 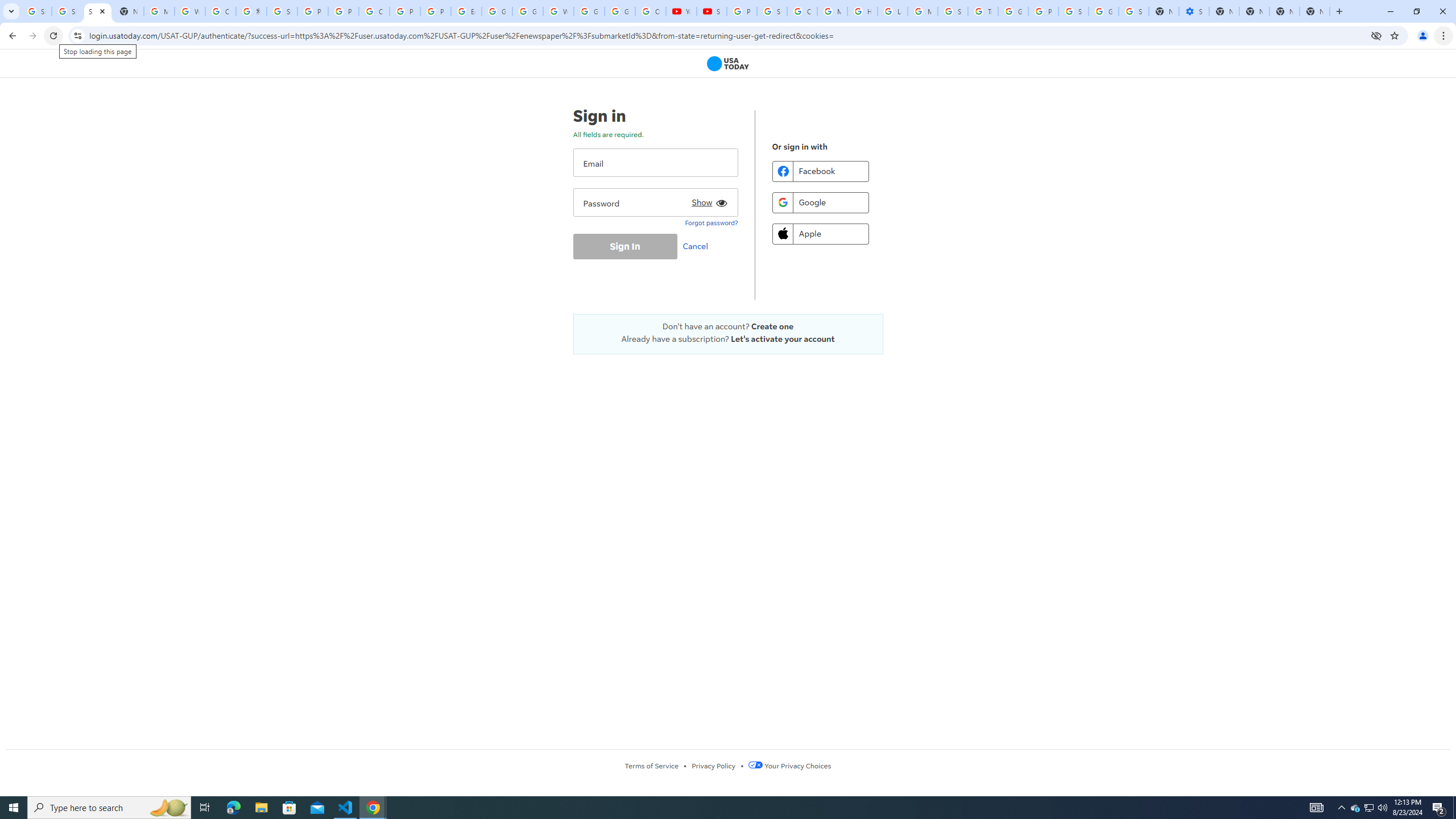 What do you see at coordinates (1194, 11) in the screenshot?
I see `'Settings - Performance'` at bounding box center [1194, 11].